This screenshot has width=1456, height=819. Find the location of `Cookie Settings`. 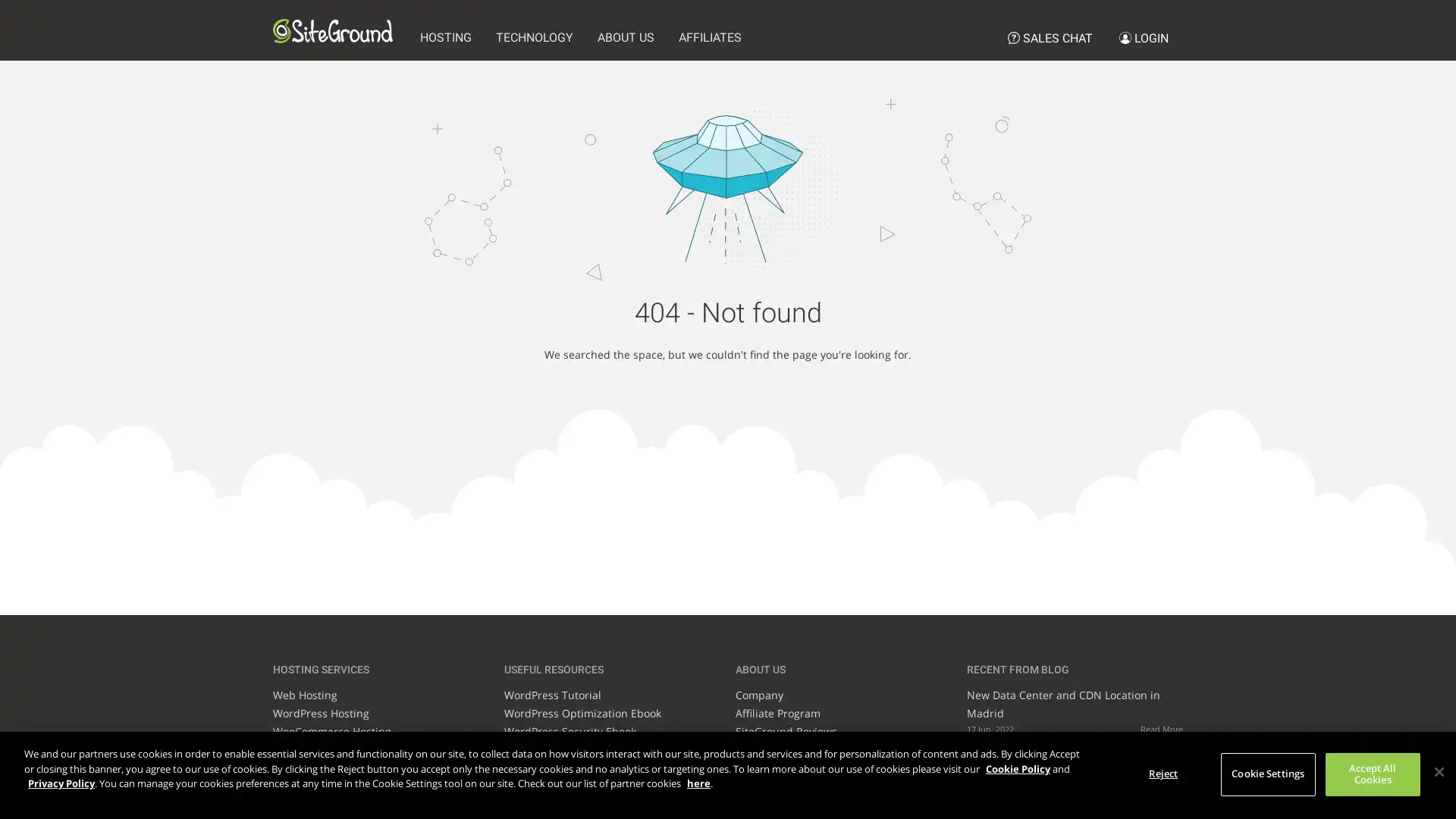

Cookie Settings is located at coordinates (1267, 773).